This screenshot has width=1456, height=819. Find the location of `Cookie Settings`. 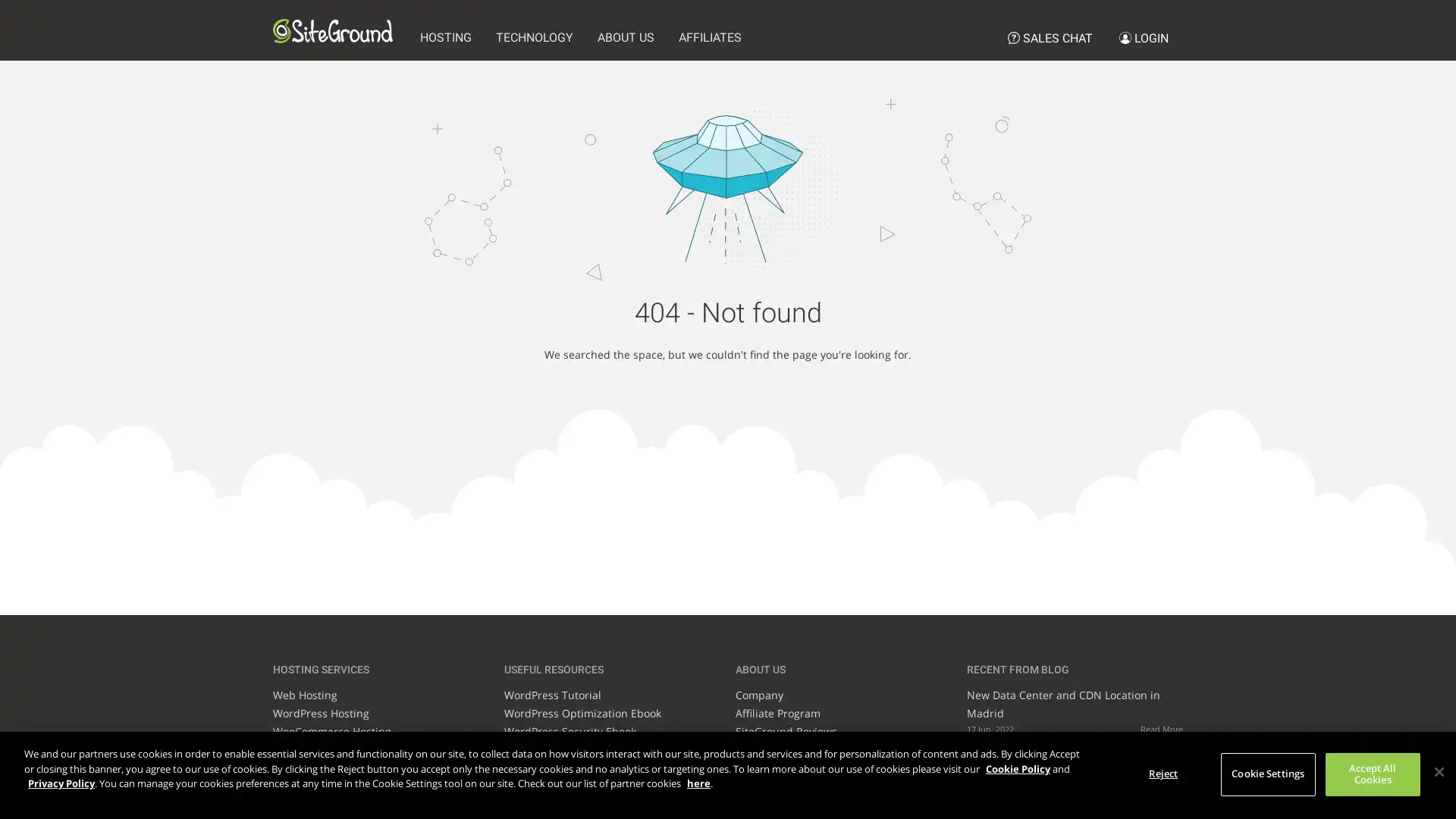

Cookie Settings is located at coordinates (1267, 773).